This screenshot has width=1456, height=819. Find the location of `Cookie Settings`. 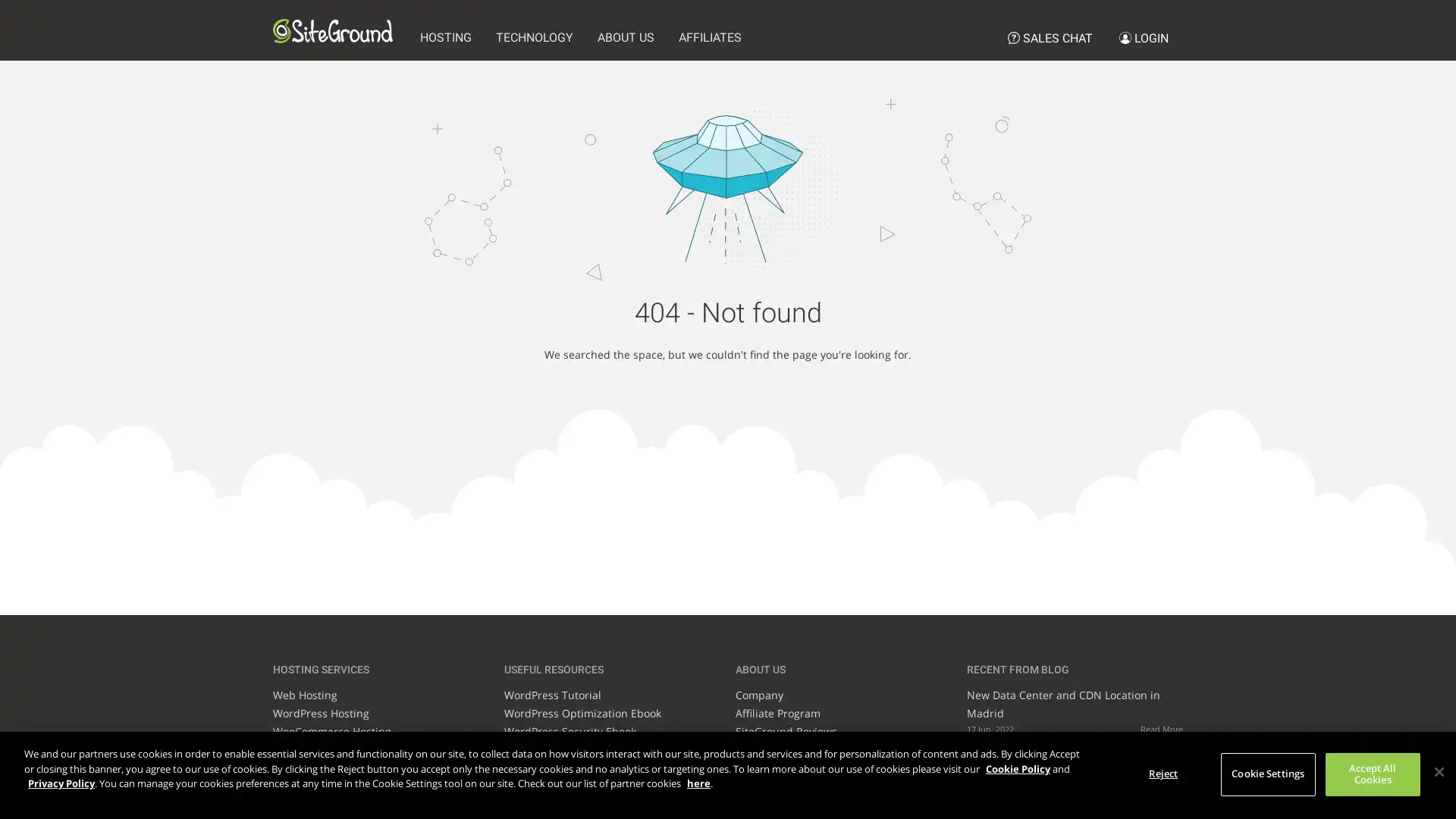

Cookie Settings is located at coordinates (1267, 773).